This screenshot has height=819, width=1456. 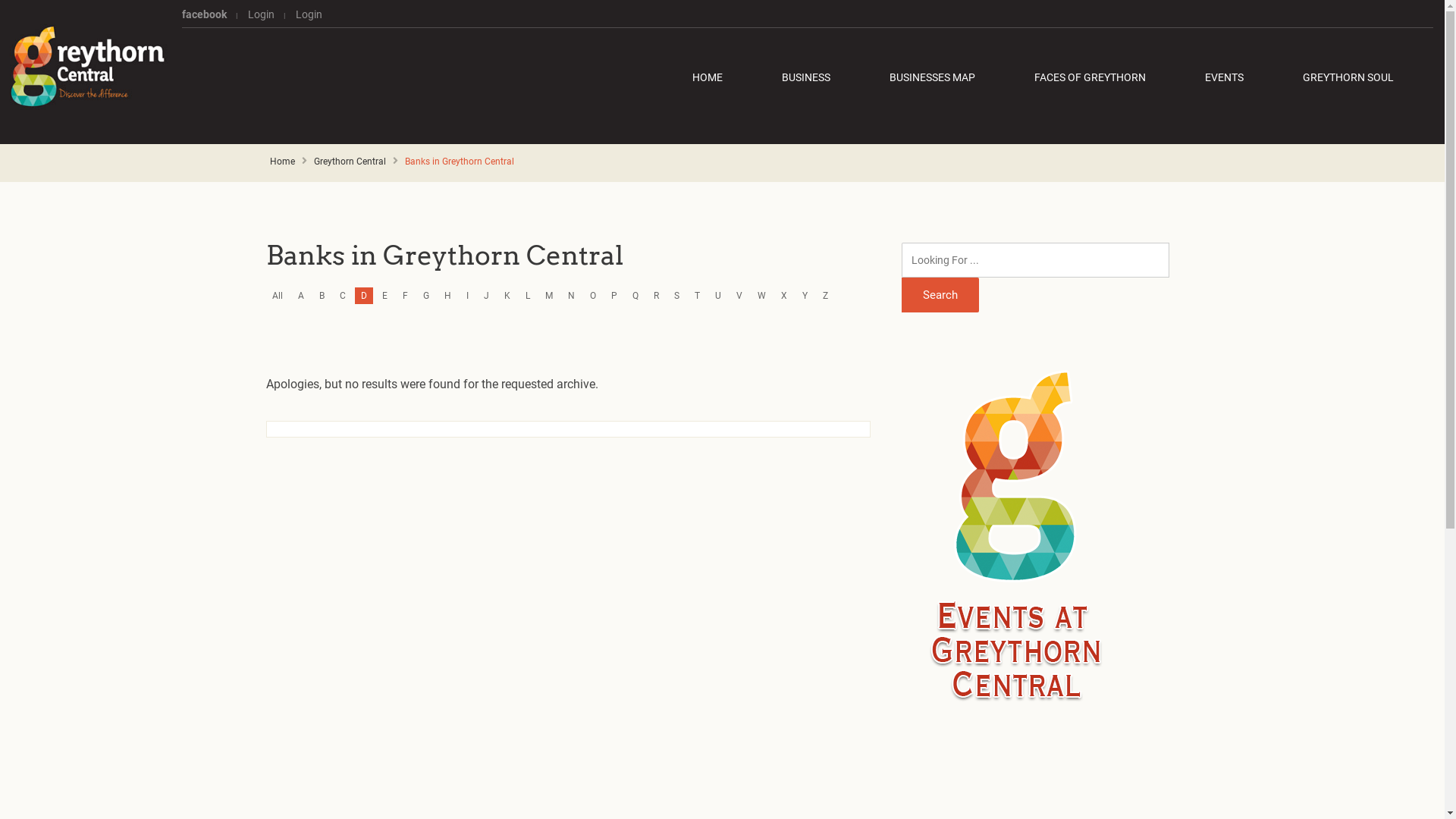 What do you see at coordinates (341, 295) in the screenshot?
I see `'C'` at bounding box center [341, 295].